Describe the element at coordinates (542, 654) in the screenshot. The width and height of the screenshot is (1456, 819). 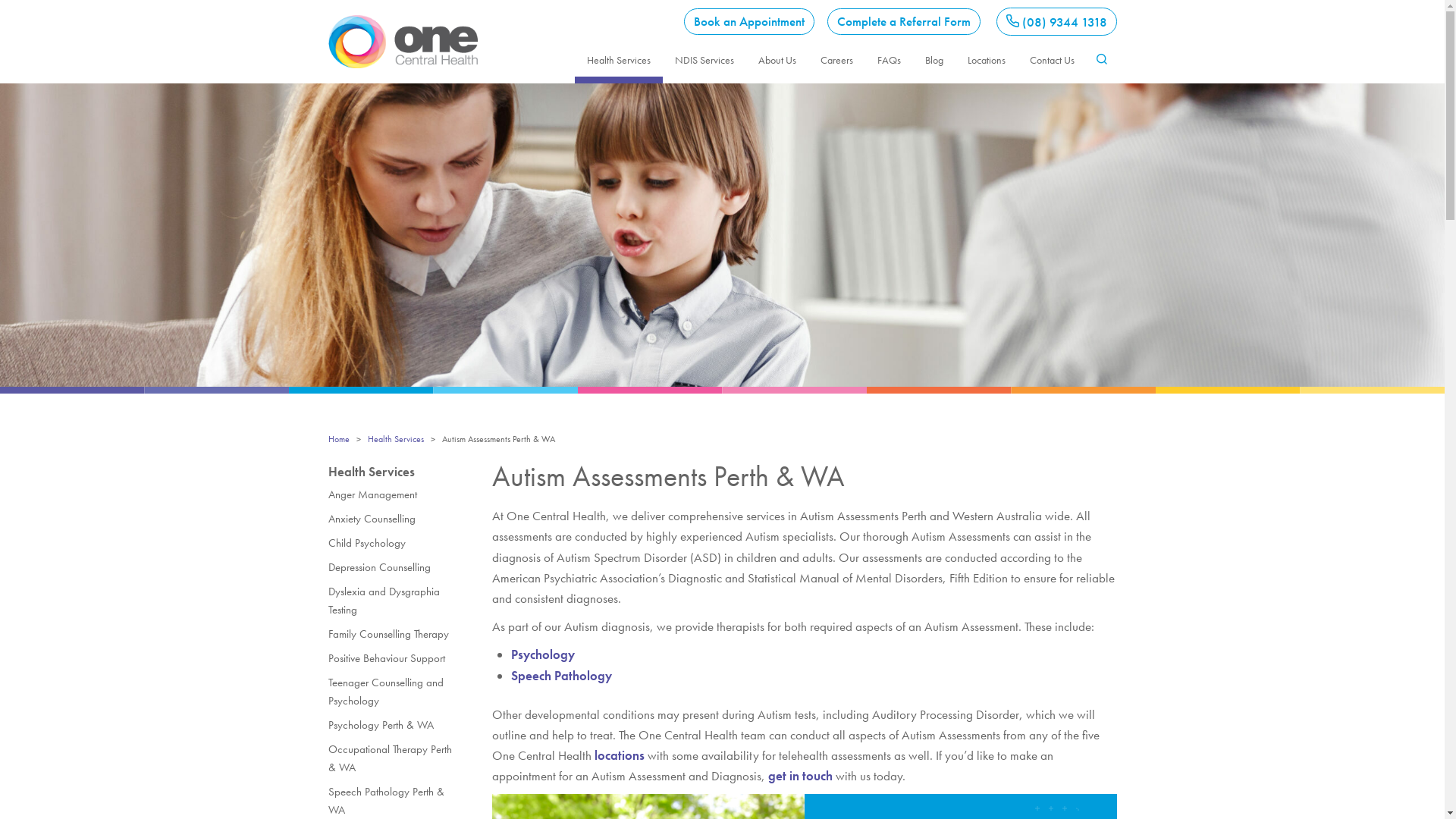
I see `'Psychology'` at that location.